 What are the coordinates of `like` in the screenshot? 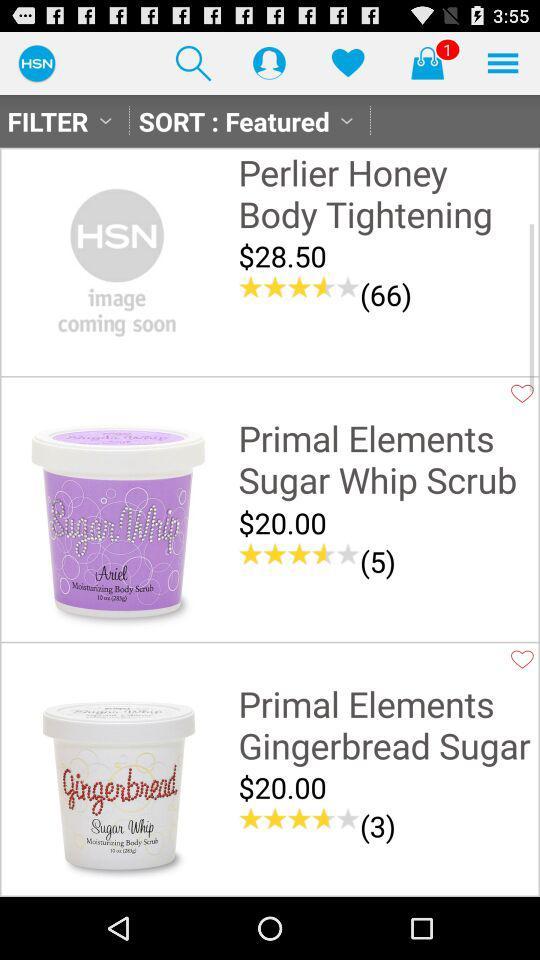 It's located at (347, 62).